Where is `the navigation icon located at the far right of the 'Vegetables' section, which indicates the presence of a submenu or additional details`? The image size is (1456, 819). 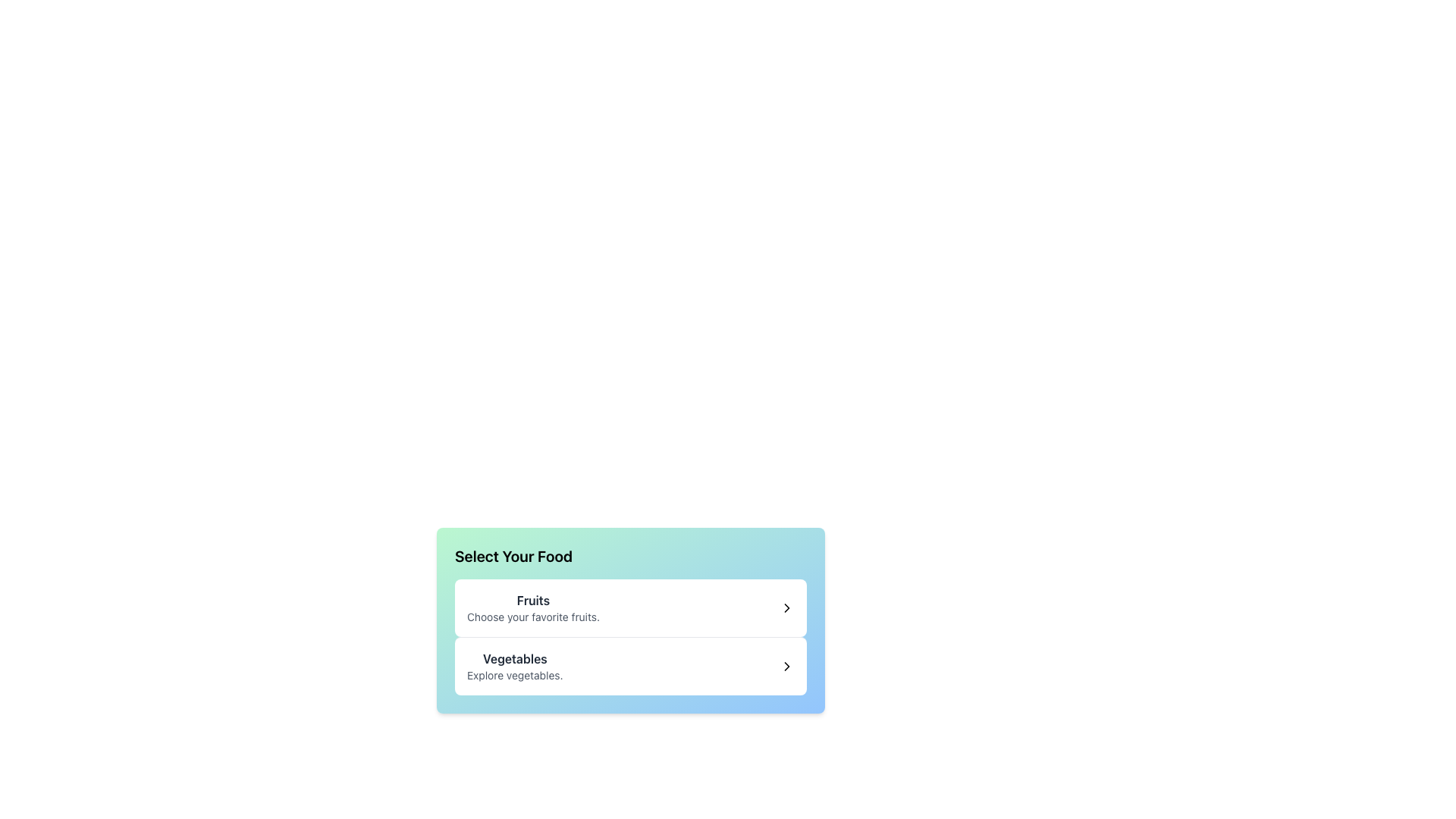 the navigation icon located at the far right of the 'Vegetables' section, which indicates the presence of a submenu or additional details is located at coordinates (786, 666).